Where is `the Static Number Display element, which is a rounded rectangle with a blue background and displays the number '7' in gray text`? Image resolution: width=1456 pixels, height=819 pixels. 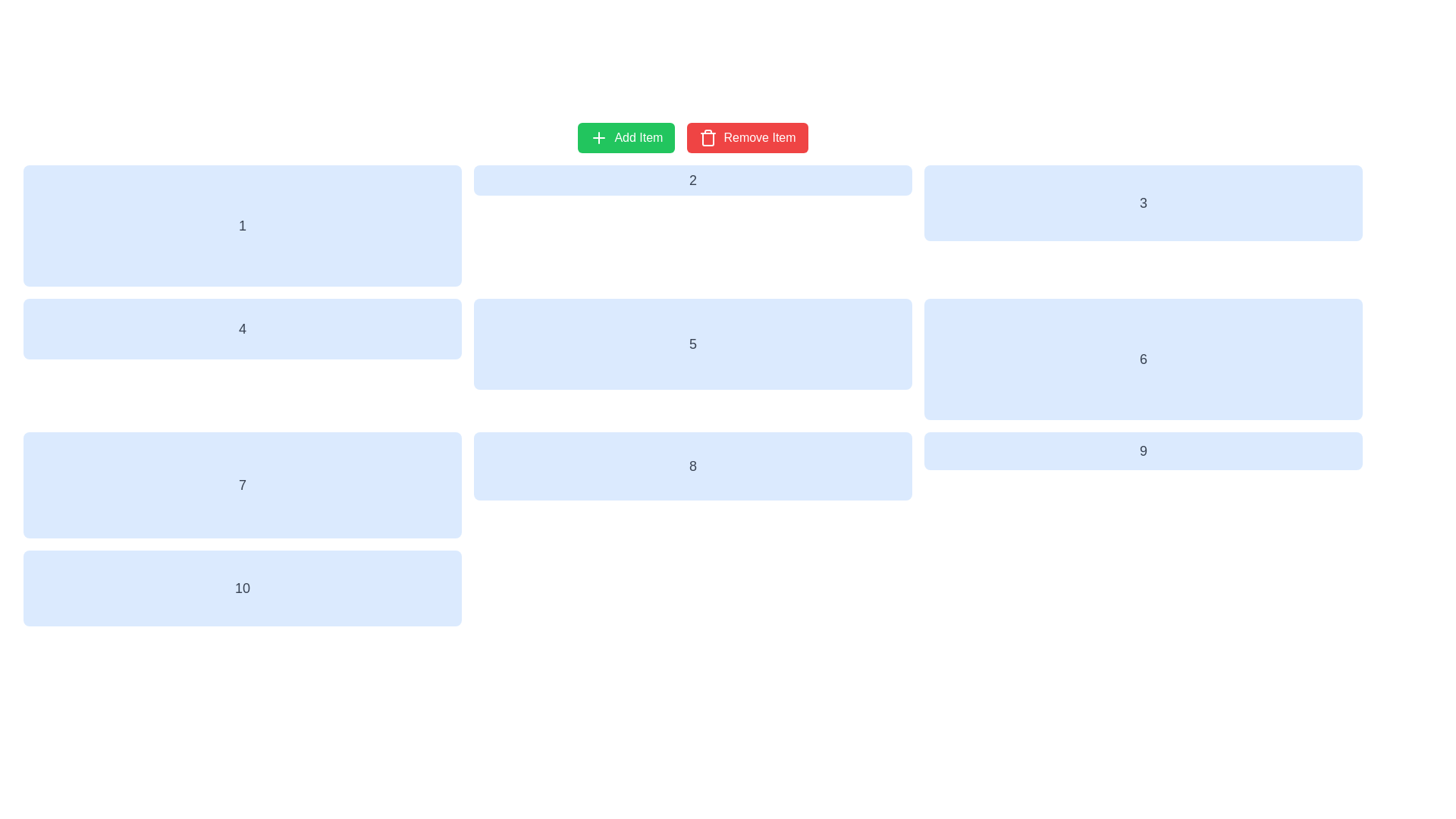 the Static Number Display element, which is a rounded rectangle with a blue background and displays the number '7' in gray text is located at coordinates (243, 485).